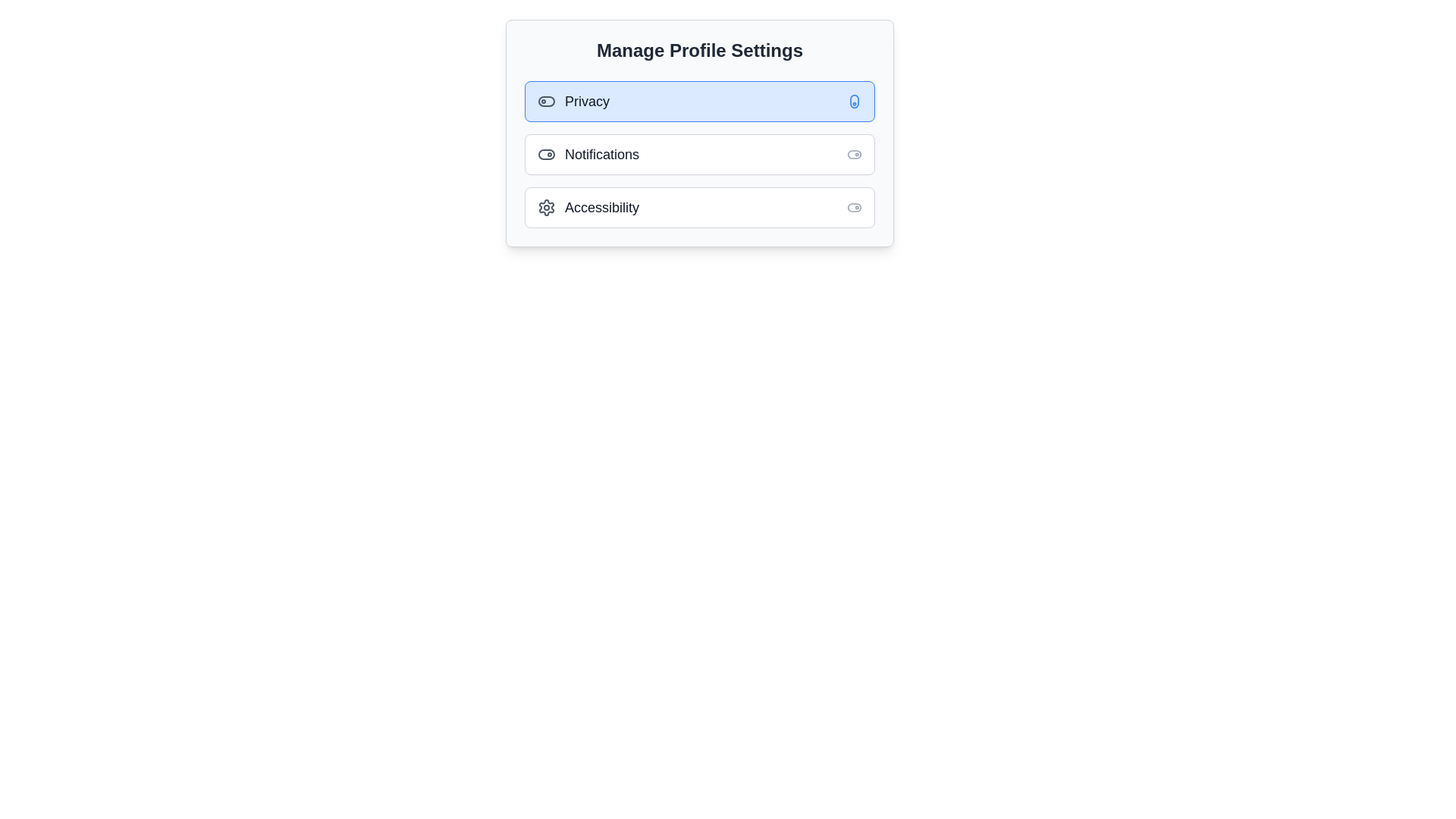 This screenshot has width=1456, height=819. Describe the element at coordinates (588, 207) in the screenshot. I see `the 'Accessibility' menu option, which is represented by bold text and a gear icon` at that location.